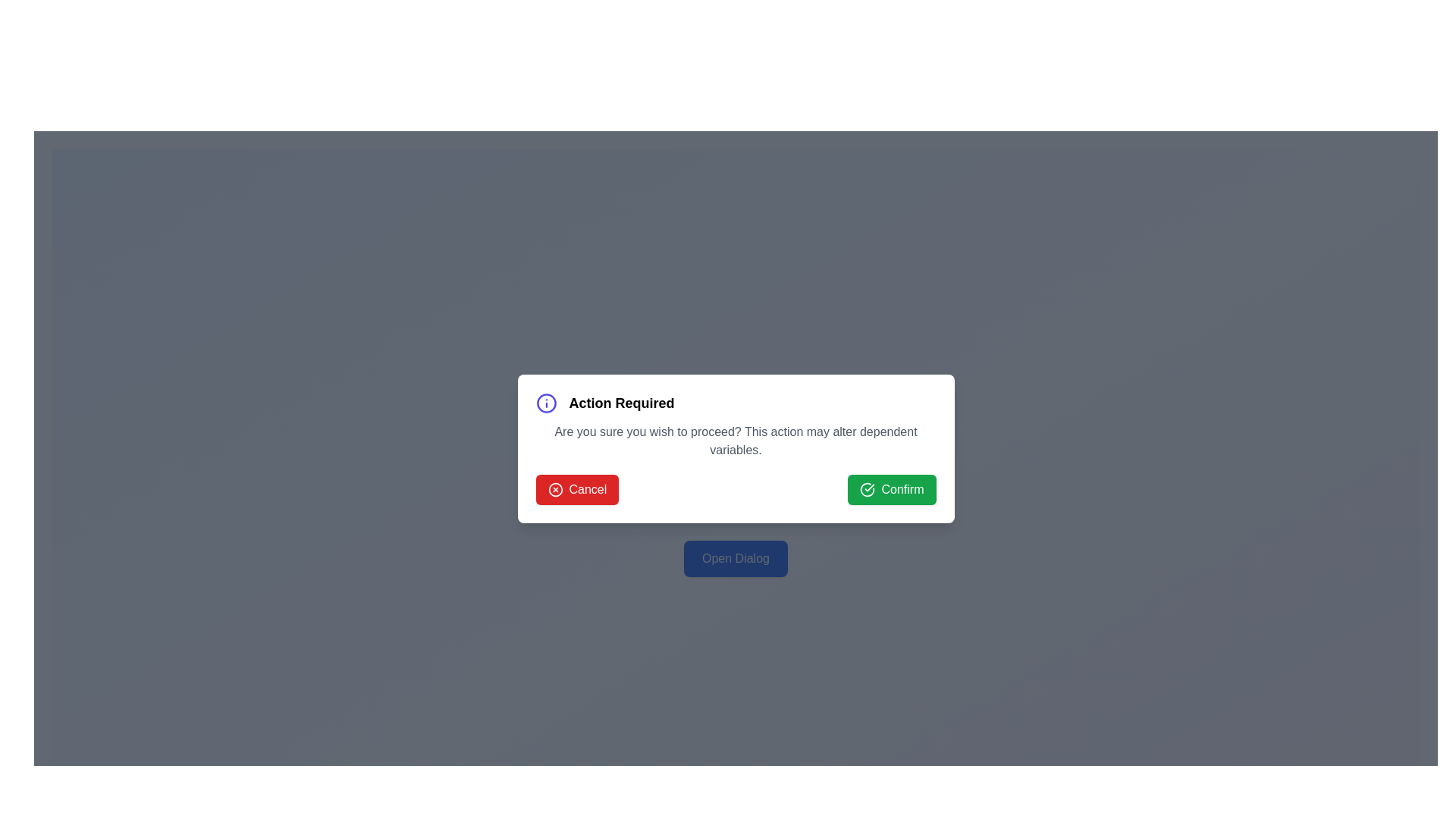 This screenshot has width=1456, height=819. Describe the element at coordinates (892, 489) in the screenshot. I see `the 'Confirm' button, which is a rectangular button with rounded corners, a green background, and white text, located in the lower right corner of the dialog box` at that location.